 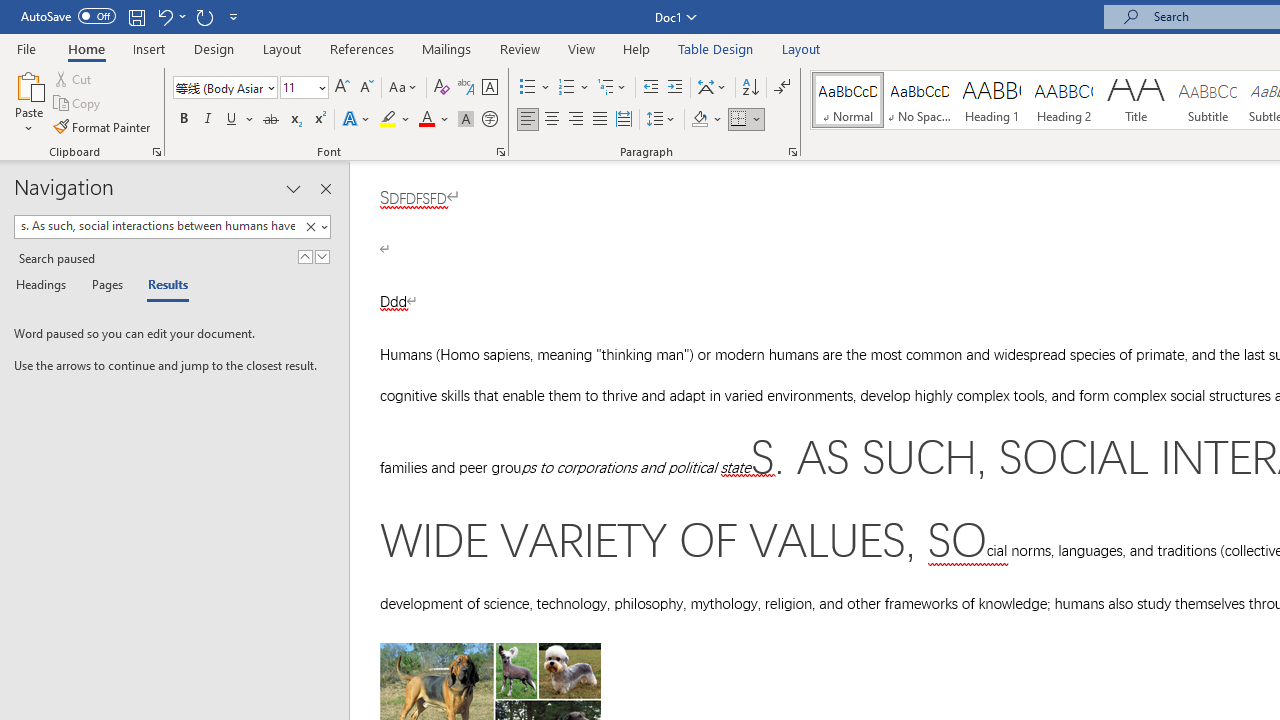 What do you see at coordinates (433, 119) in the screenshot?
I see `'Font Color'` at bounding box center [433, 119].